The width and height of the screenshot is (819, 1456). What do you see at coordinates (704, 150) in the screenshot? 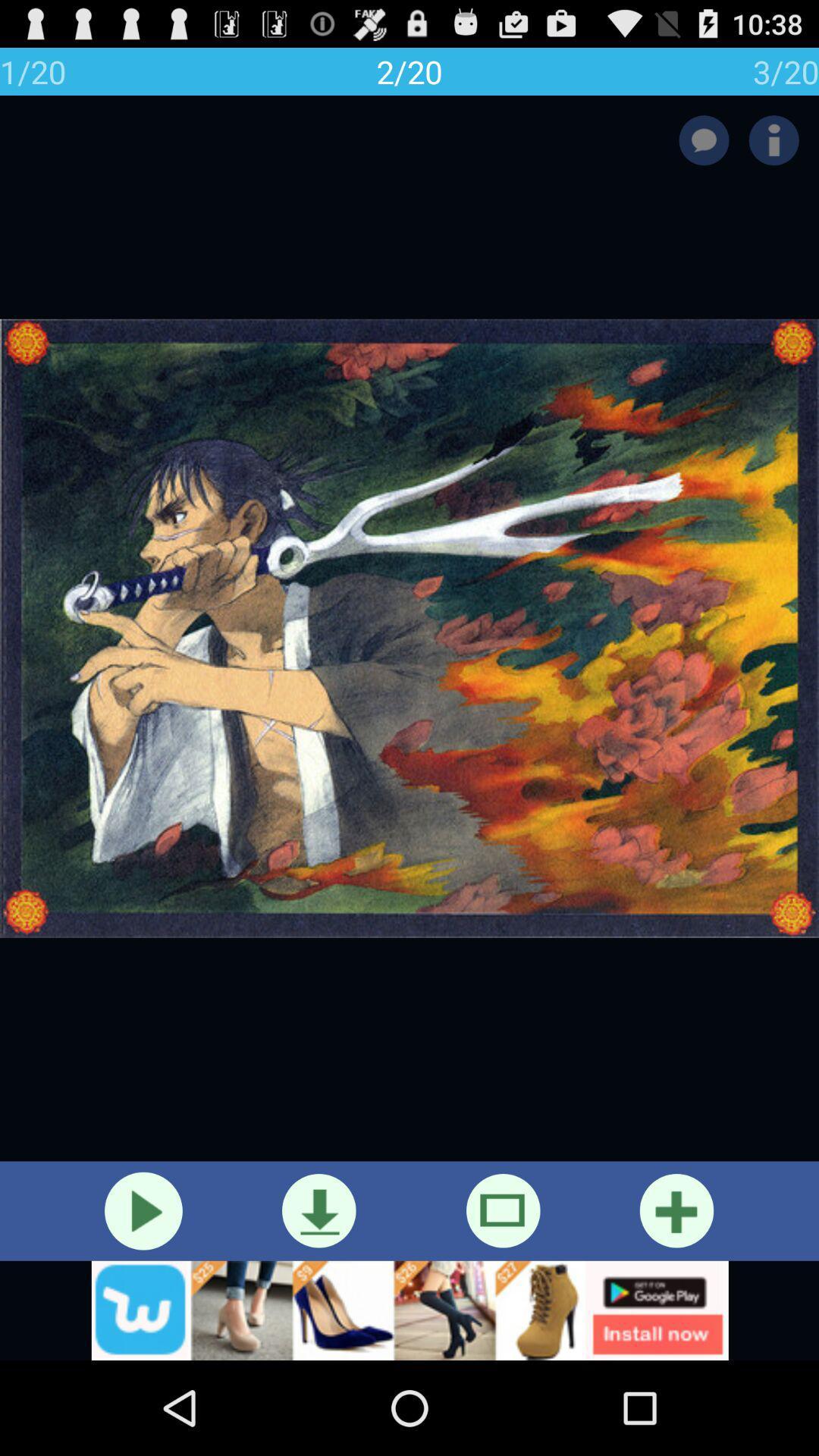
I see `the chat icon` at bounding box center [704, 150].